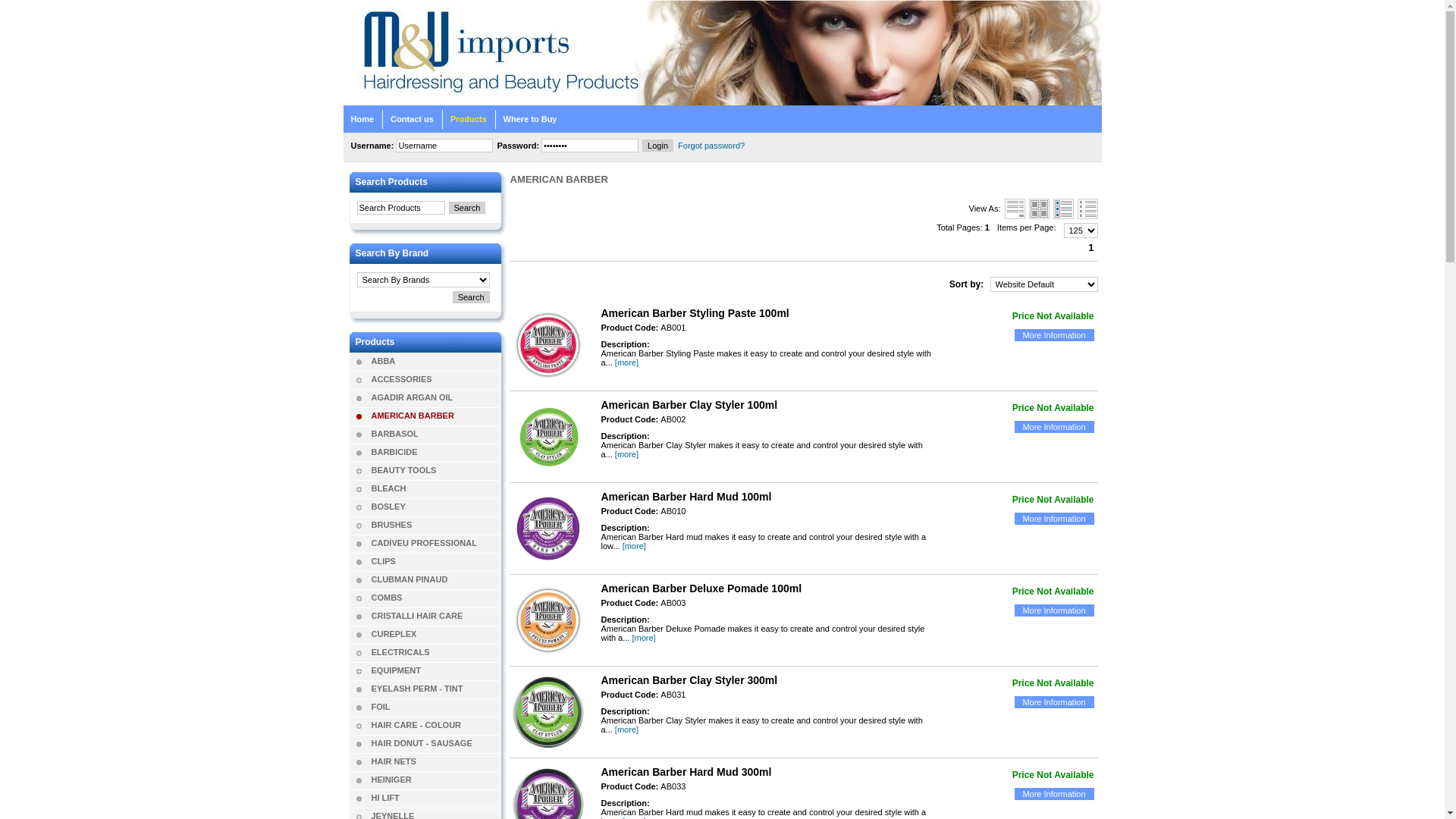 Image resolution: width=1456 pixels, height=819 pixels. Describe the element at coordinates (1037, 209) in the screenshot. I see `'Gallery Style'` at that location.